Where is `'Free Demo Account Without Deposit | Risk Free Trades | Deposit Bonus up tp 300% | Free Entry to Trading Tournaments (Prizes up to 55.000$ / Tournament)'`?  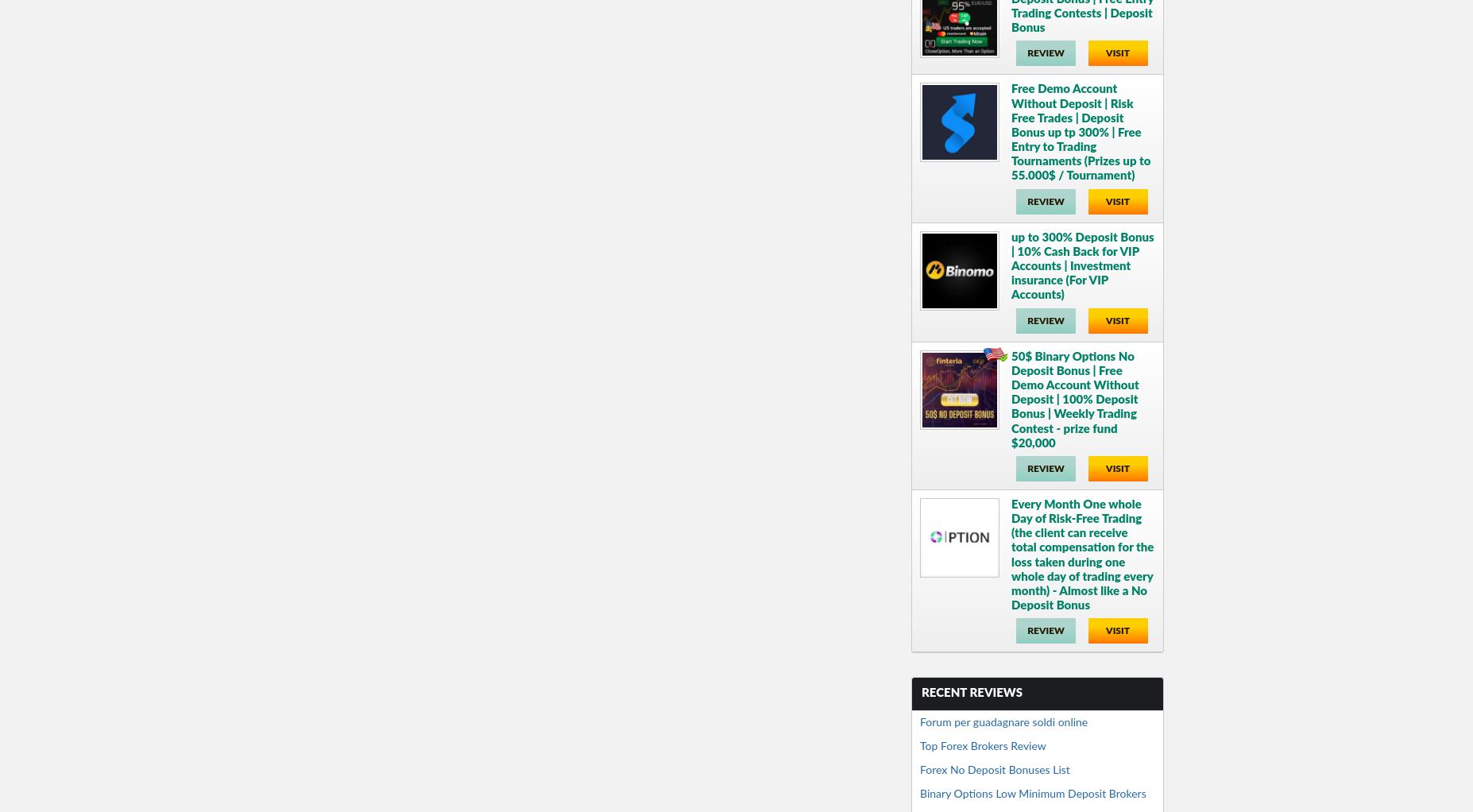
'Free Demo Account Without Deposit | Risk Free Trades | Deposit Bonus up tp 300% | Free Entry to Trading Tournaments (Prizes up to 55.000$ / Tournament)' is located at coordinates (1080, 131).